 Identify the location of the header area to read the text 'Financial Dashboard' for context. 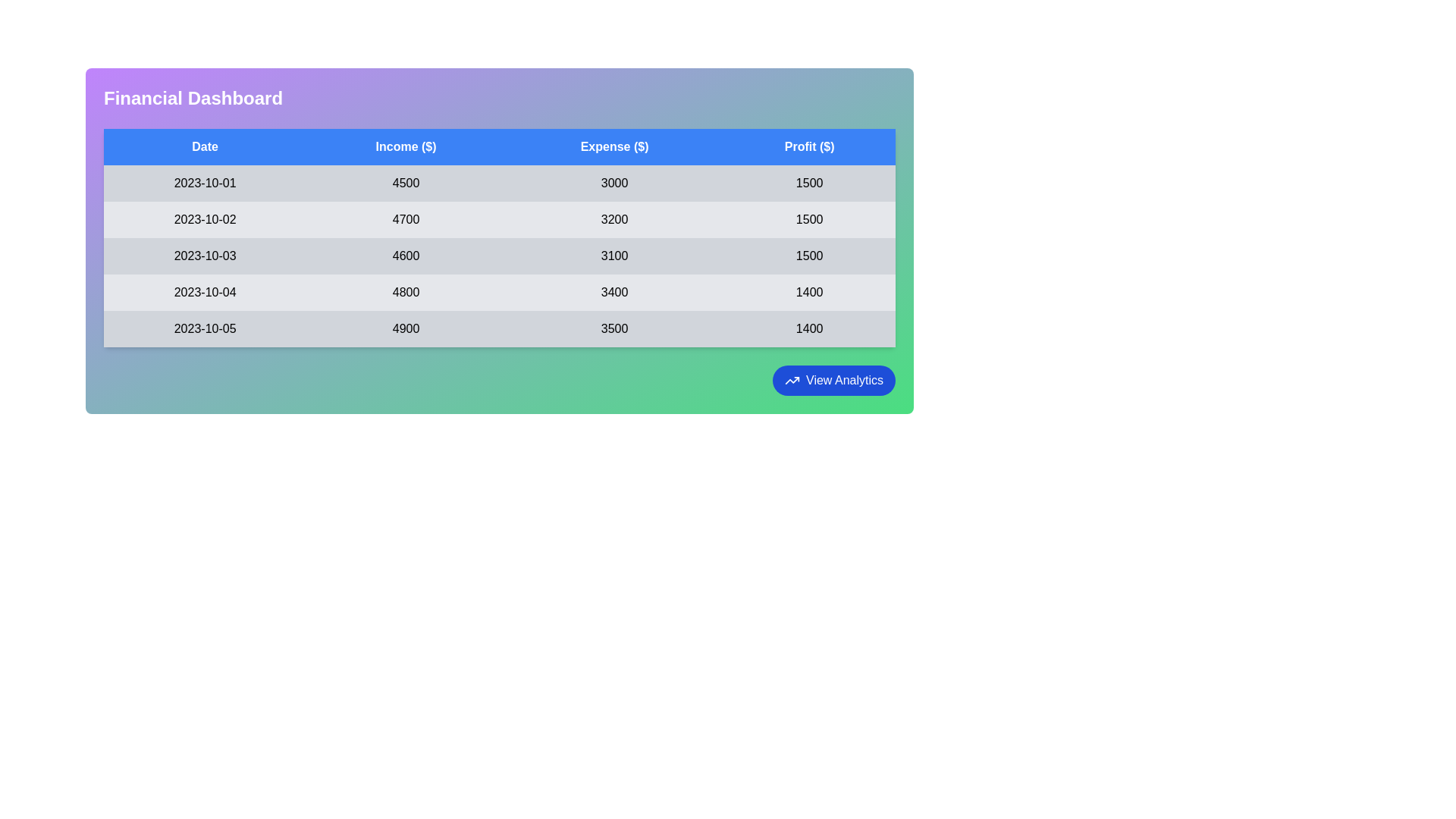
(499, 99).